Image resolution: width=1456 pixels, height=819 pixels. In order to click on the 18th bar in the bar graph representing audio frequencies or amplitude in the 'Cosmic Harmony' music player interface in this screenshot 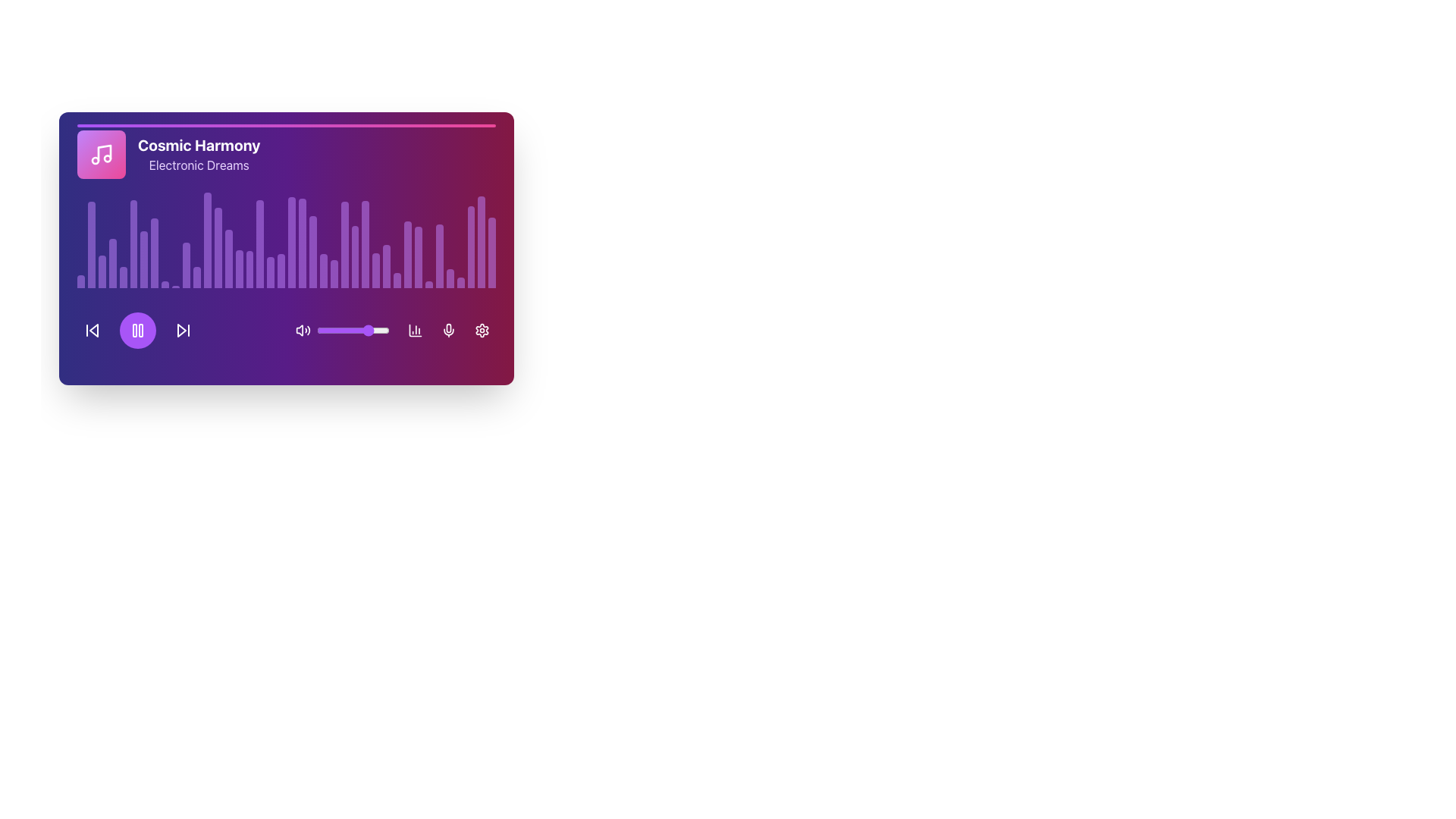, I will do `click(260, 243)`.